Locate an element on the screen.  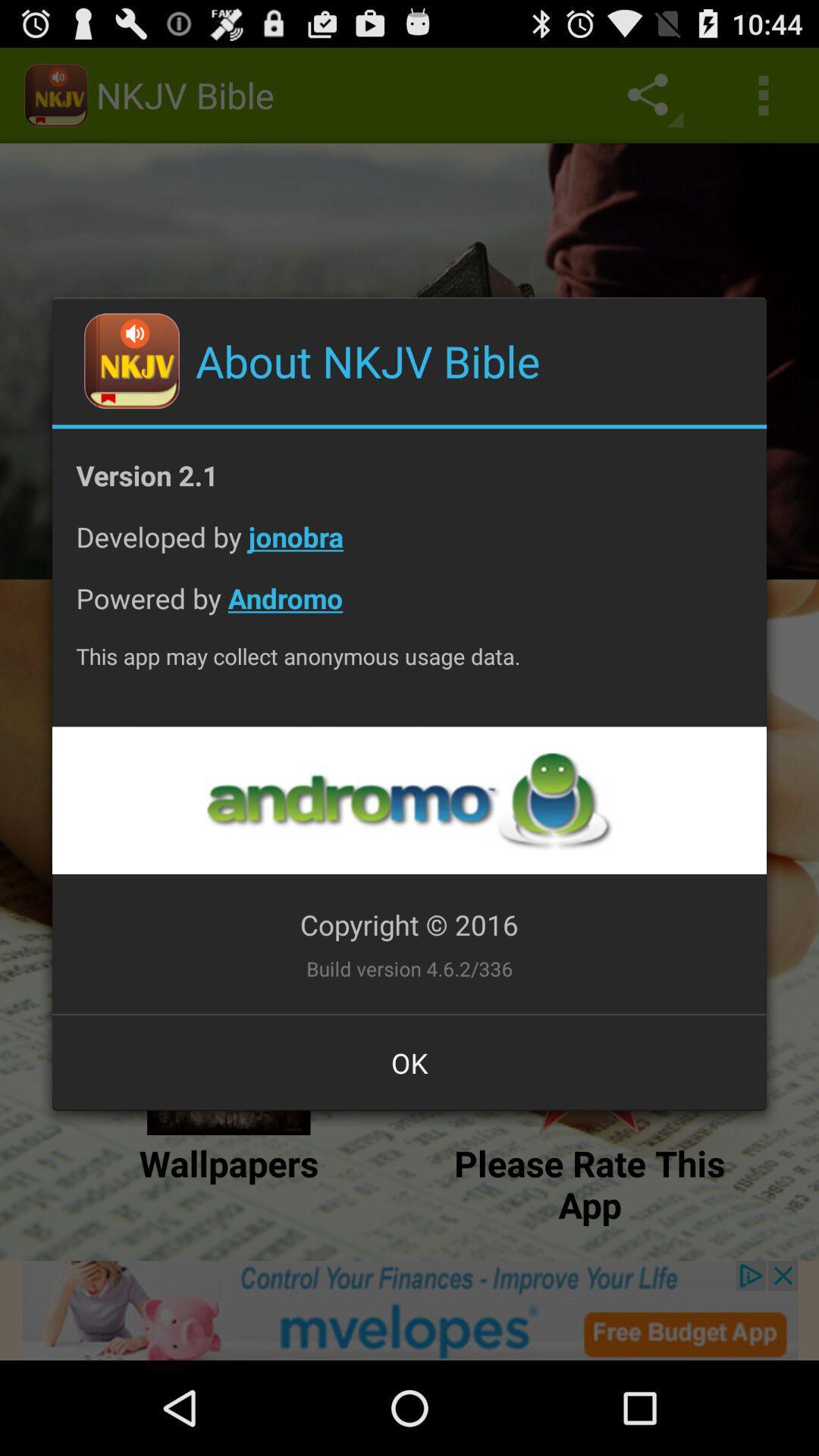
developers logo is located at coordinates (408, 799).